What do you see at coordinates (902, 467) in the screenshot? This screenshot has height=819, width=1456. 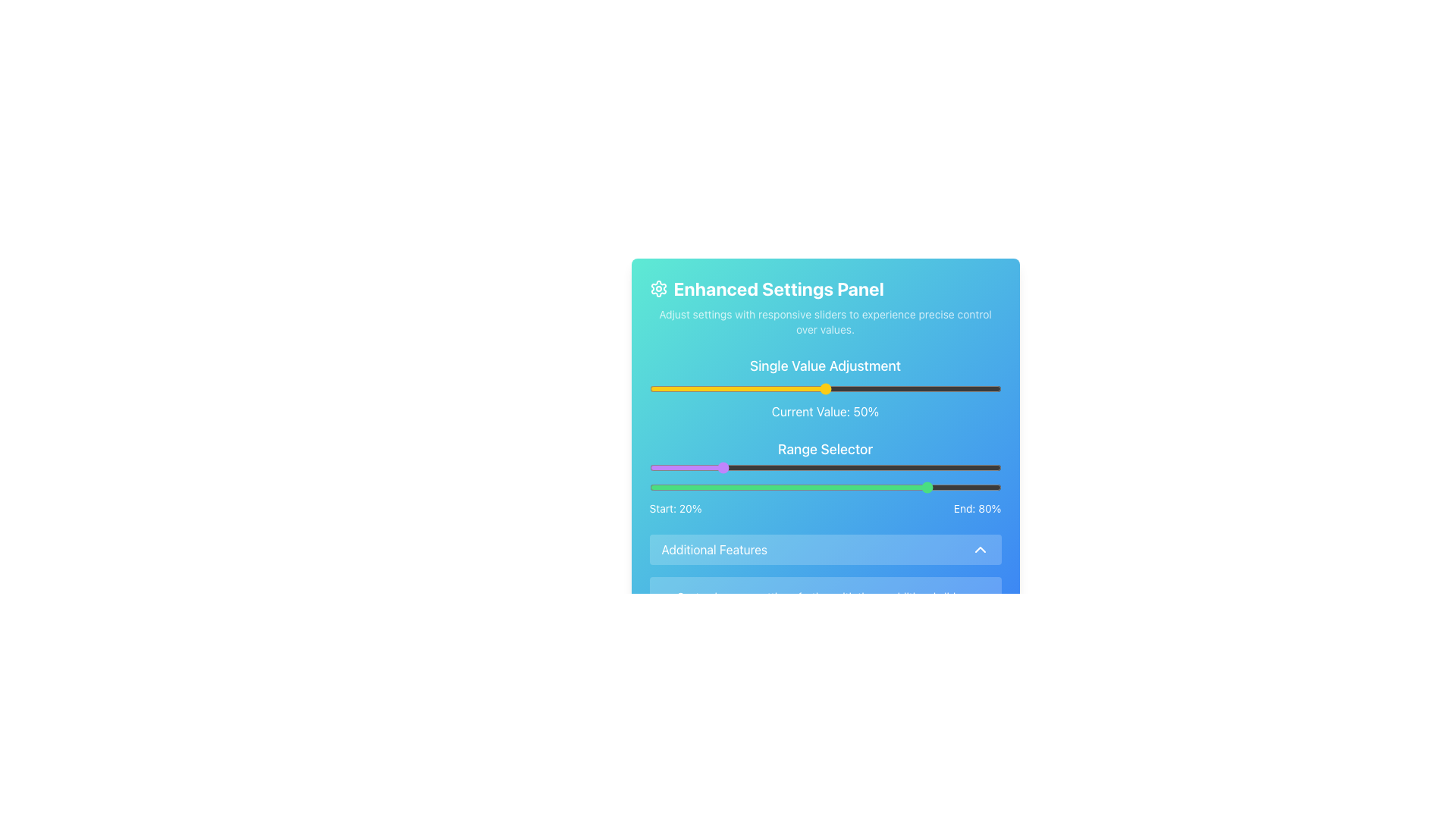 I see `the range slider` at bounding box center [902, 467].